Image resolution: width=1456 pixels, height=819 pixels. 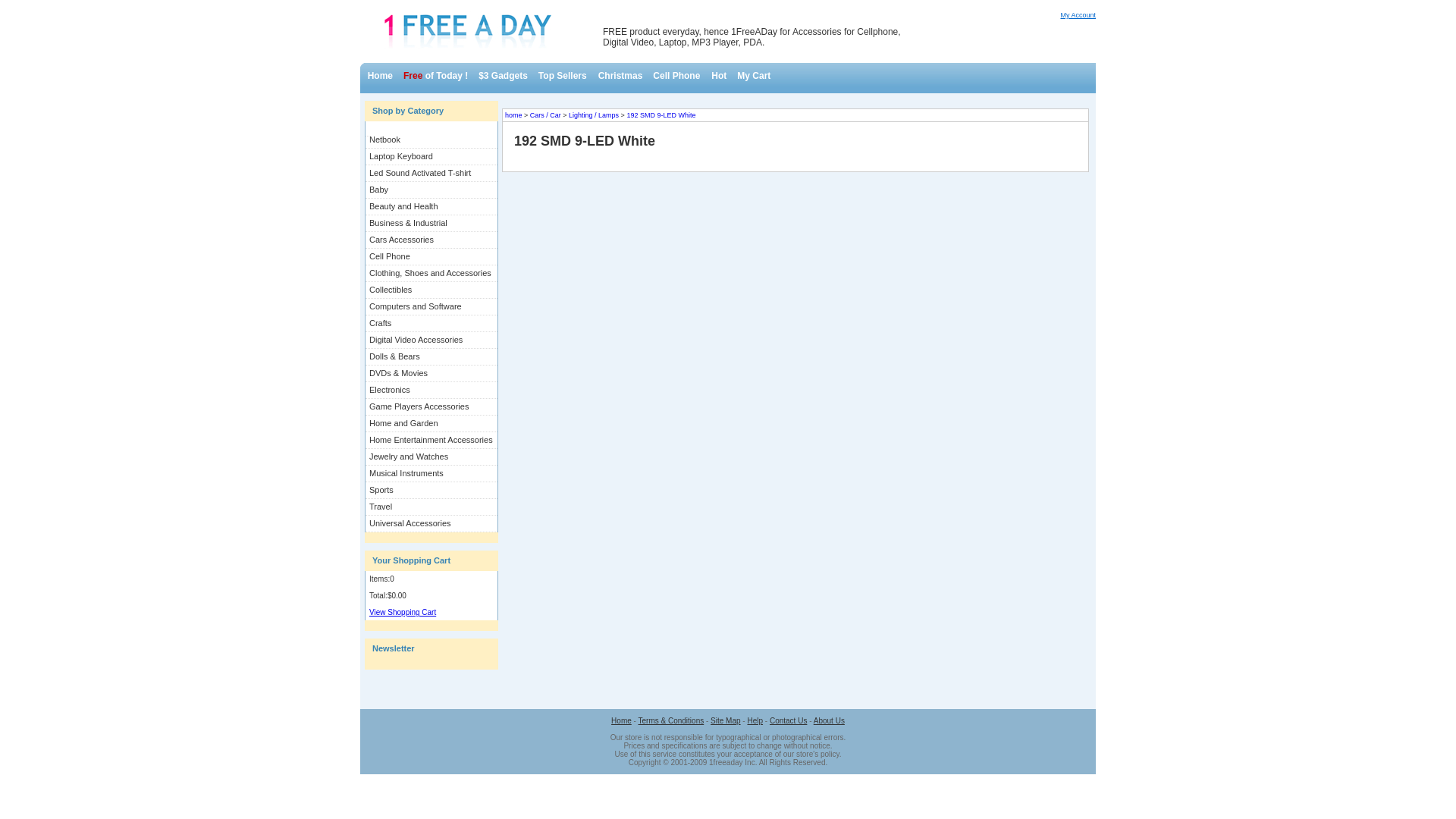 What do you see at coordinates (432, 222) in the screenshot?
I see `'Business & Industrial'` at bounding box center [432, 222].